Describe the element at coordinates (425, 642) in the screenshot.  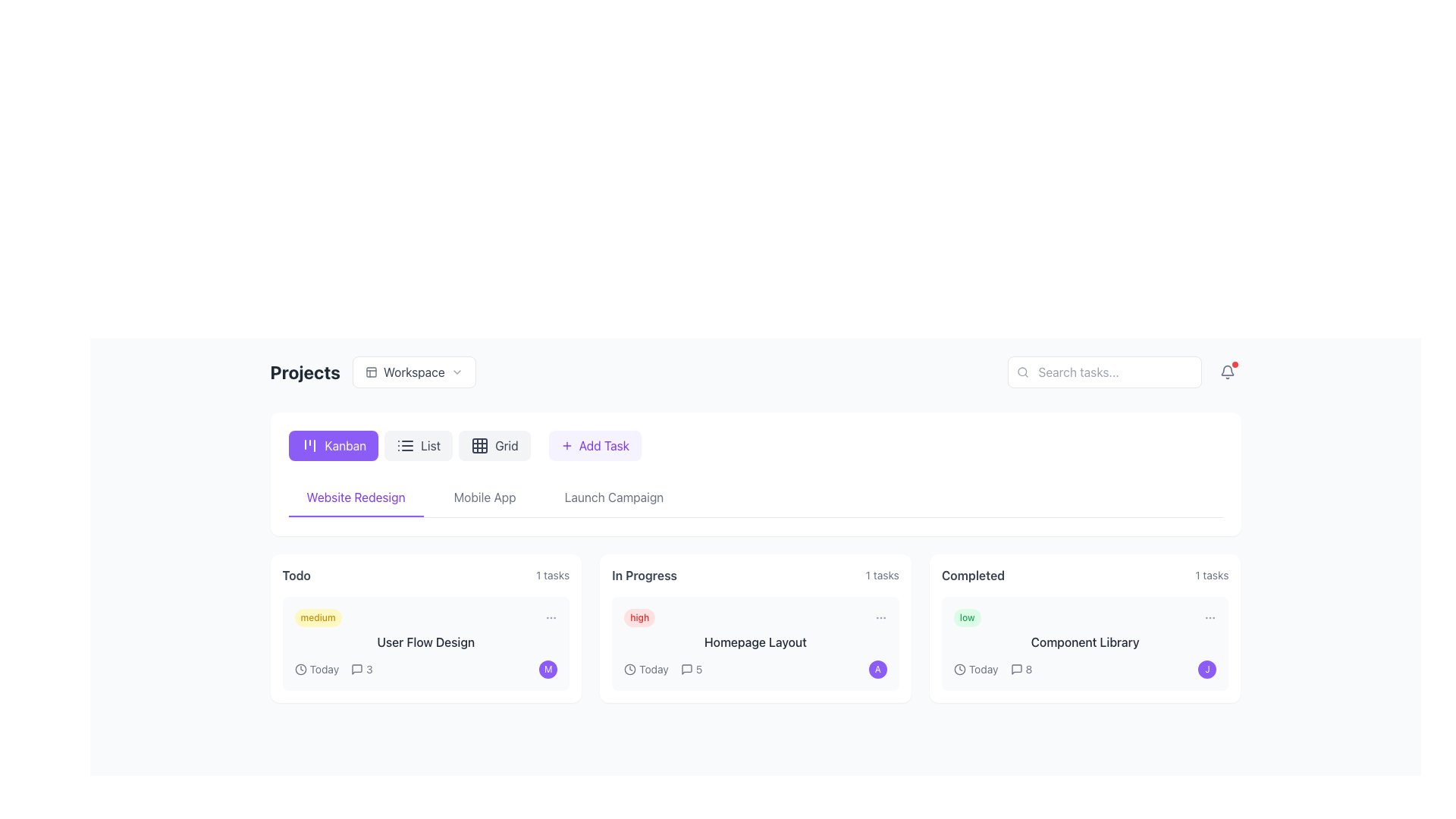
I see `text content of the label displaying 'User Flow Design' located in the center of a card below the yellow label 'medium' in the 'To Do' column of the Kanban UI` at that location.